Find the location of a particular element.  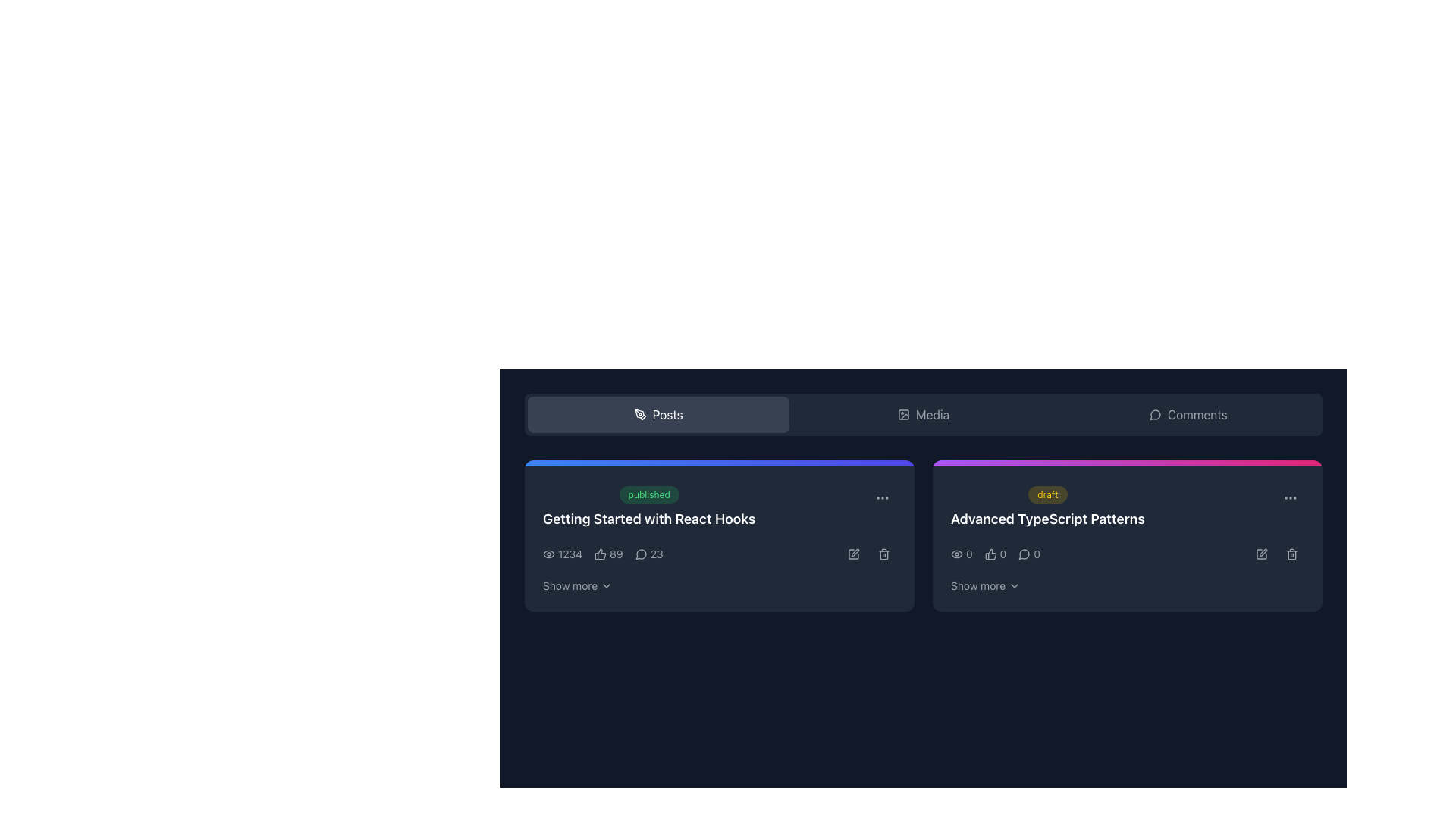

the pen tool icon located to the left of the 'Posts' text label in the navigation bar at the top of the interface is located at coordinates (640, 415).